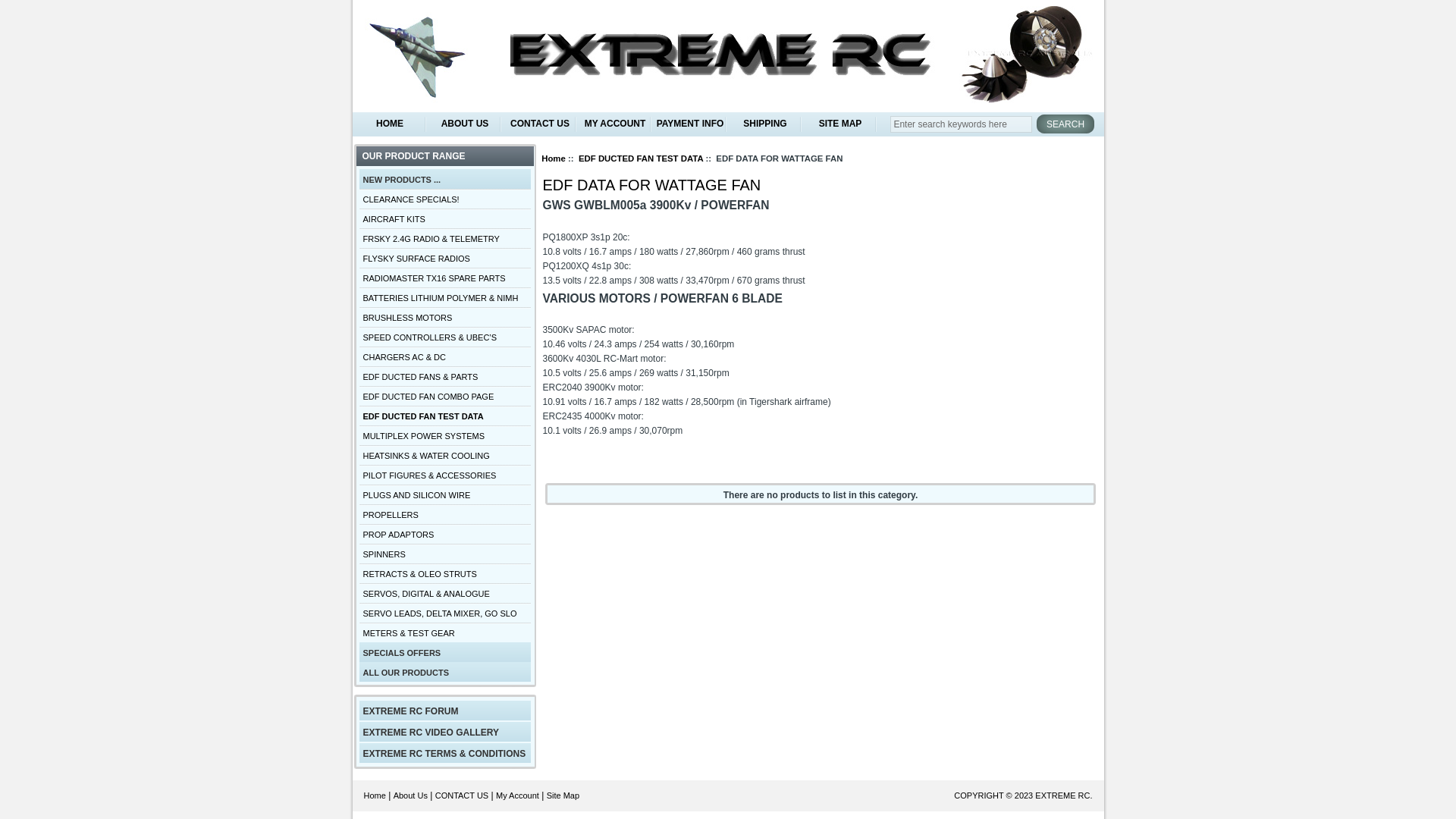 This screenshot has height=819, width=1456. I want to click on 'About Us', so click(410, 795).